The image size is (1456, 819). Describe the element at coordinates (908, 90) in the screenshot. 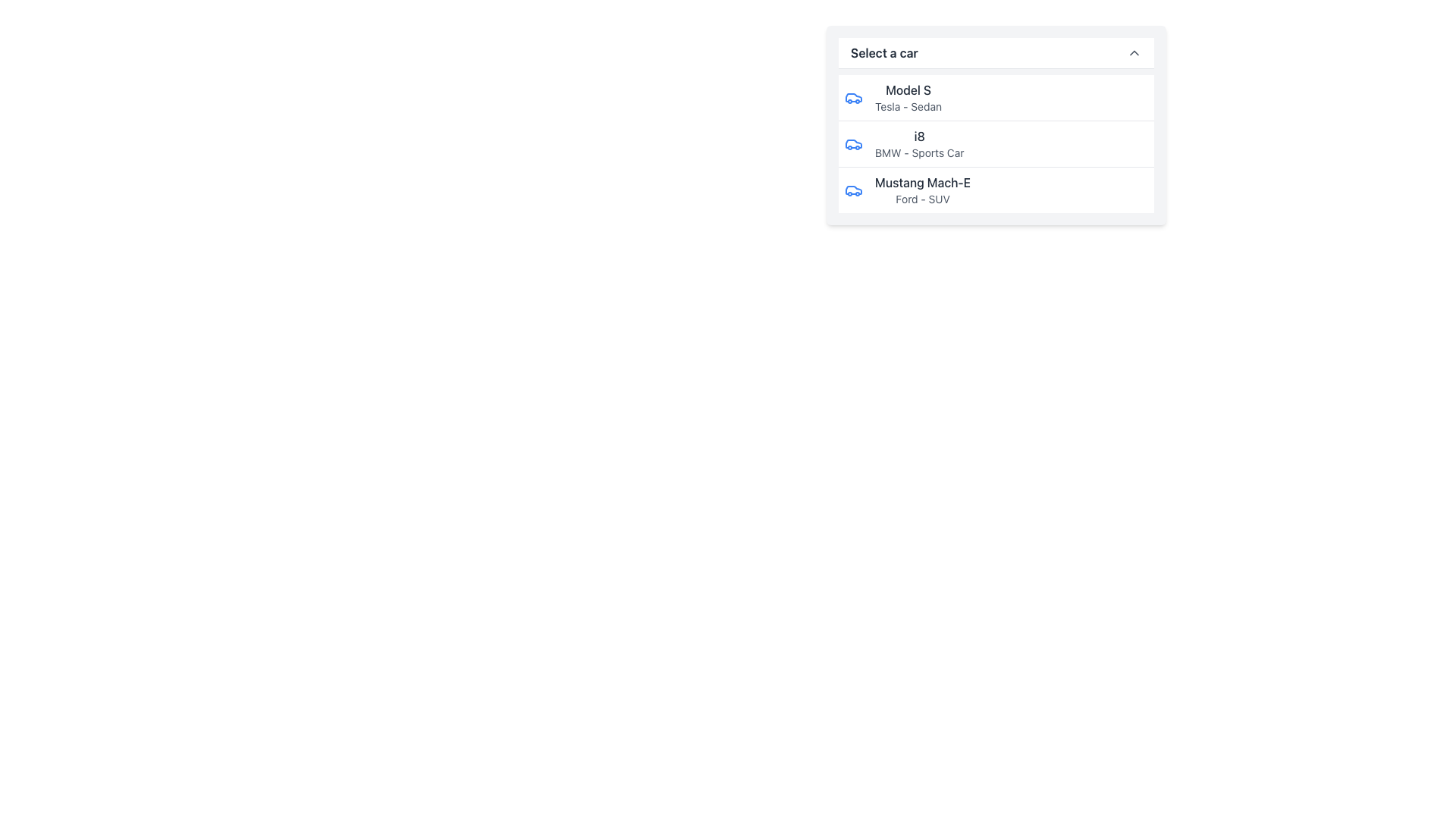

I see `the 'Model S' text label that identifies the car model within the dropdown interface` at that location.